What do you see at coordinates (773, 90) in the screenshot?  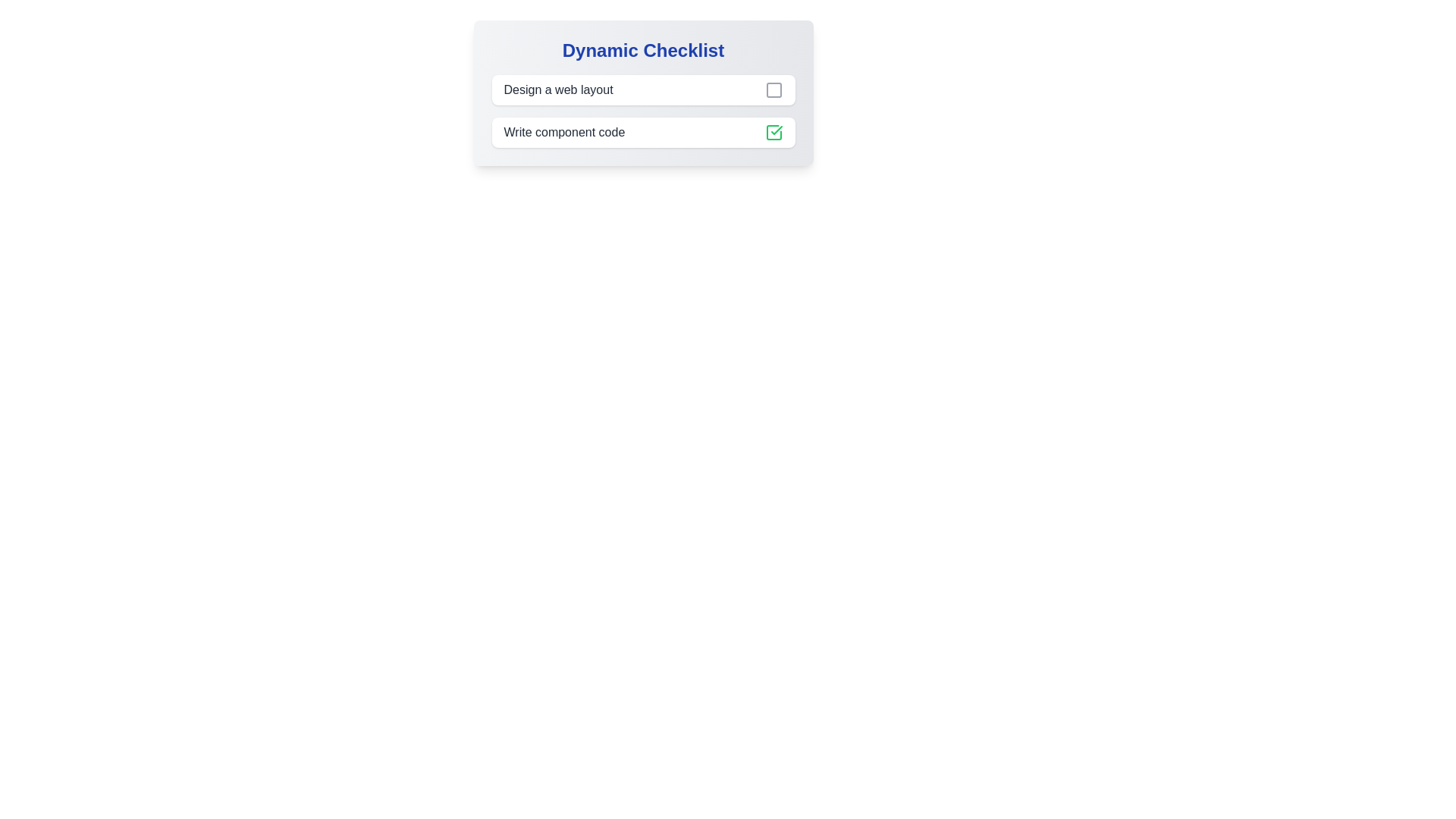 I see `the inactive checkbox` at bounding box center [773, 90].